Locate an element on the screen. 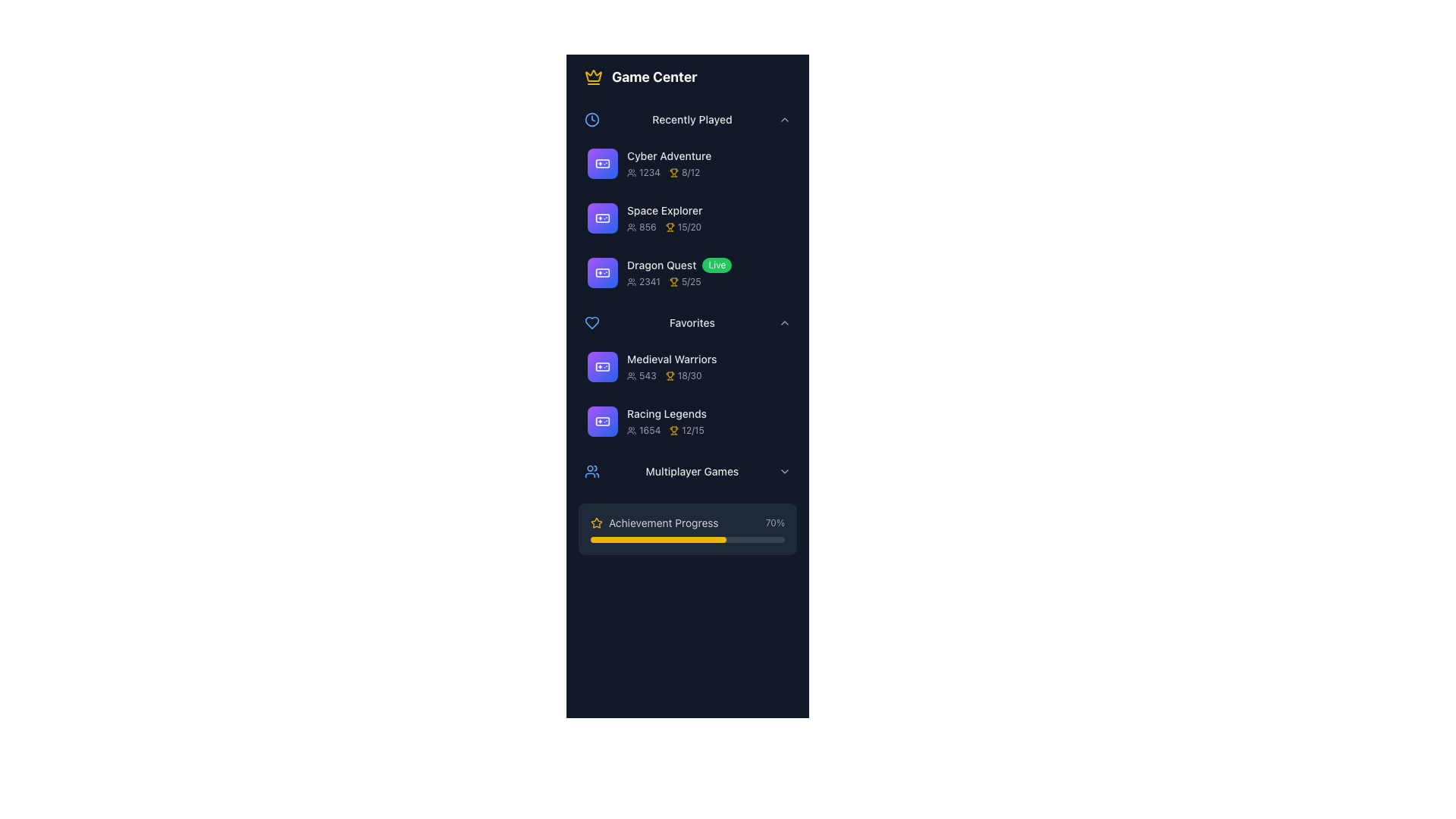  the small gray text label displaying '12/15' associated with the 'Racing Legends' game entry, positioned to the right of a yellow trophy icon in the 'Favorites' section is located at coordinates (692, 430).